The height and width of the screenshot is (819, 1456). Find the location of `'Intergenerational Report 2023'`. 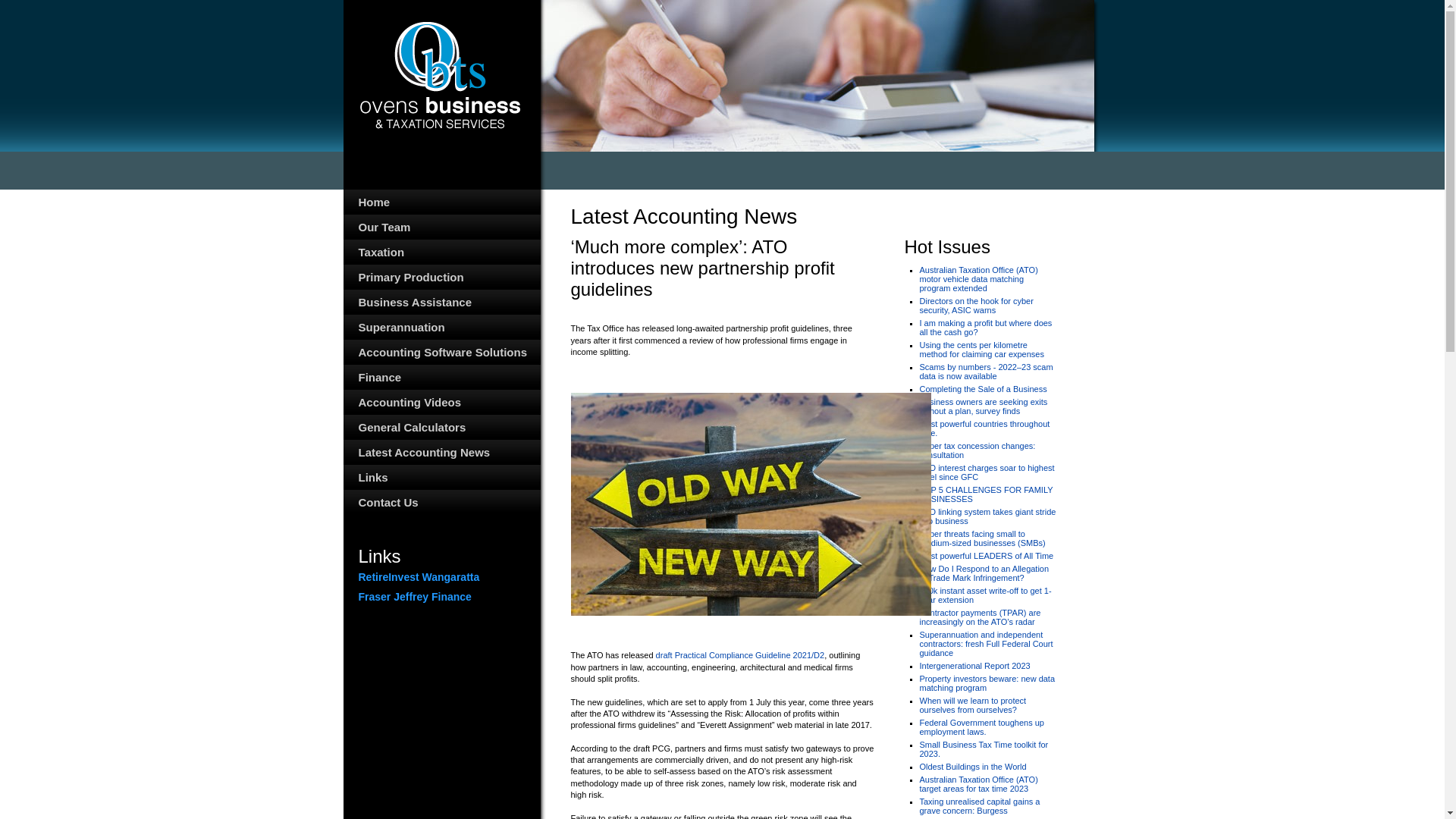

'Intergenerational Report 2023' is located at coordinates (974, 665).